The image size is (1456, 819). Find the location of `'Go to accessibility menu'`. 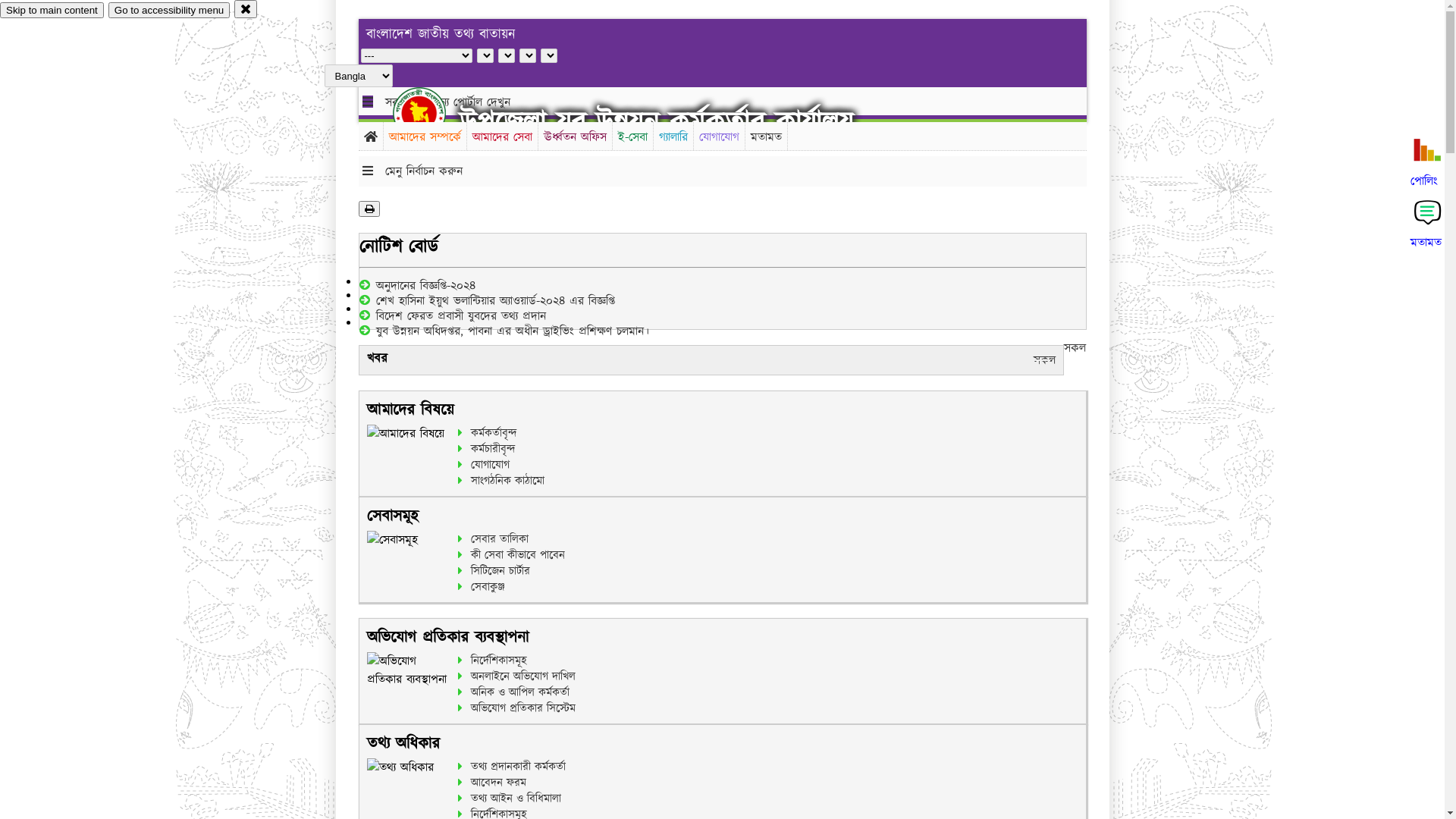

'Go to accessibility menu' is located at coordinates (168, 10).